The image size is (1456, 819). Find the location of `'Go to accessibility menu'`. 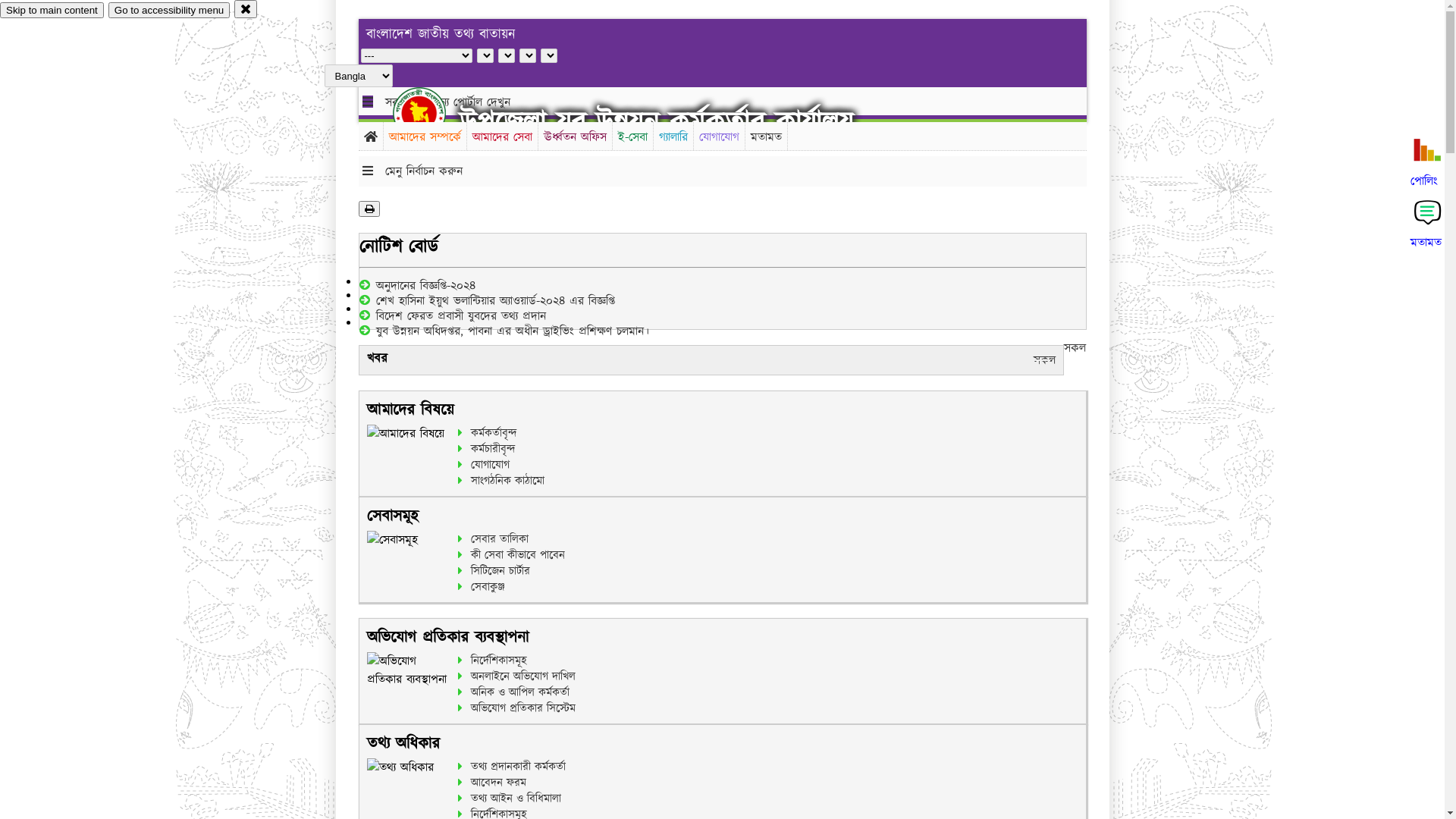

'Go to accessibility menu' is located at coordinates (168, 10).